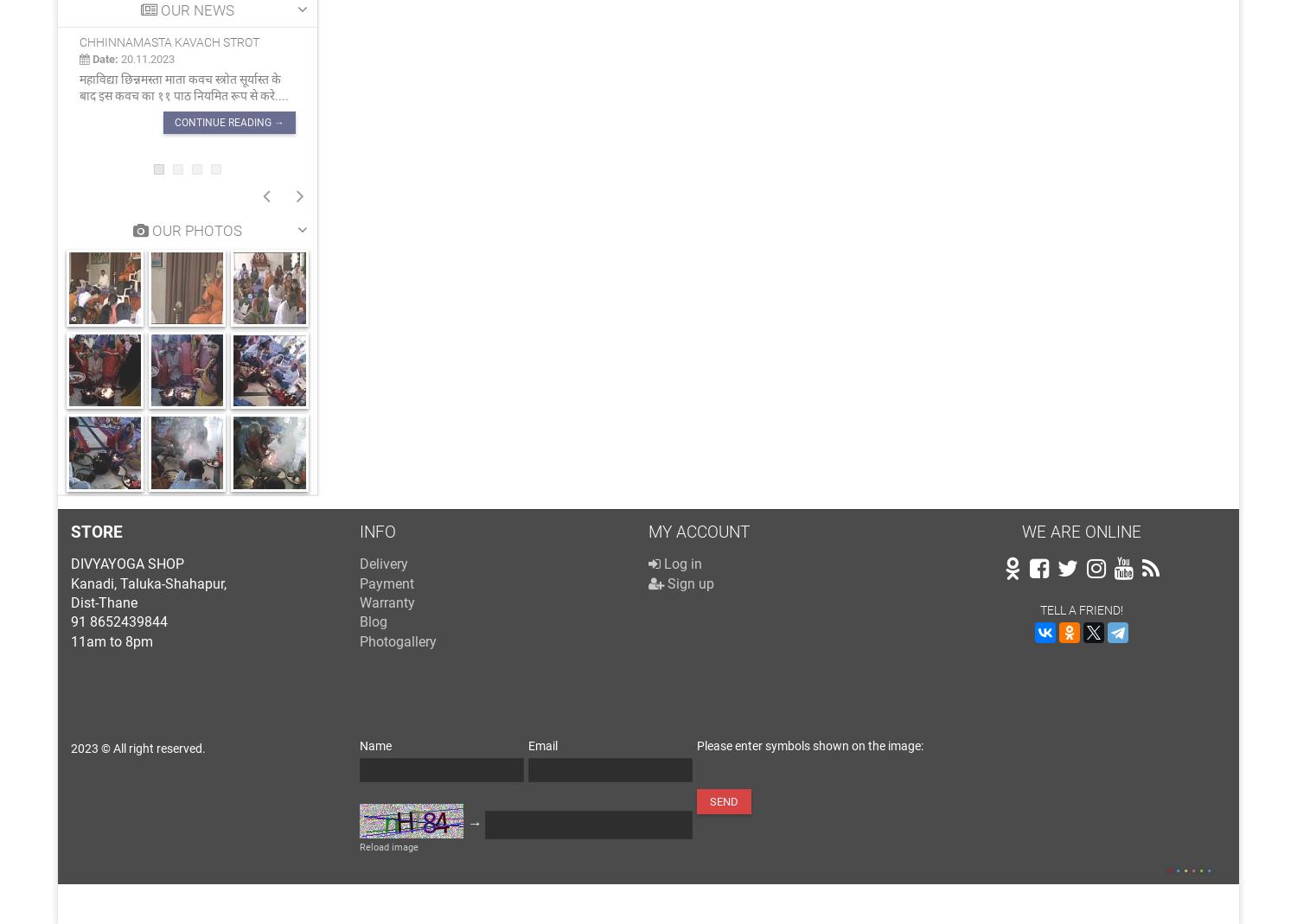 The height and width of the screenshot is (924, 1297). I want to click on '20.11.2023', so click(146, 58).